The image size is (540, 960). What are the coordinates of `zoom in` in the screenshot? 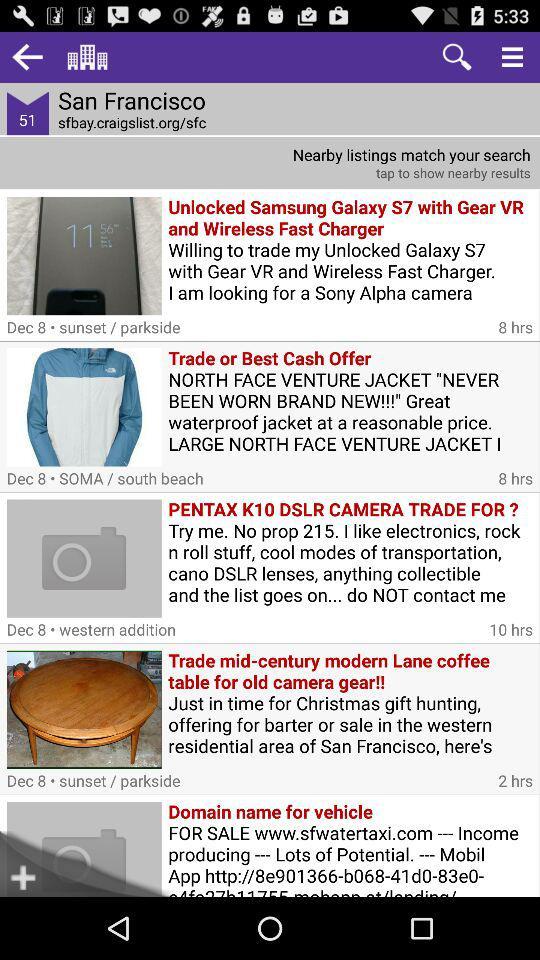 It's located at (457, 56).